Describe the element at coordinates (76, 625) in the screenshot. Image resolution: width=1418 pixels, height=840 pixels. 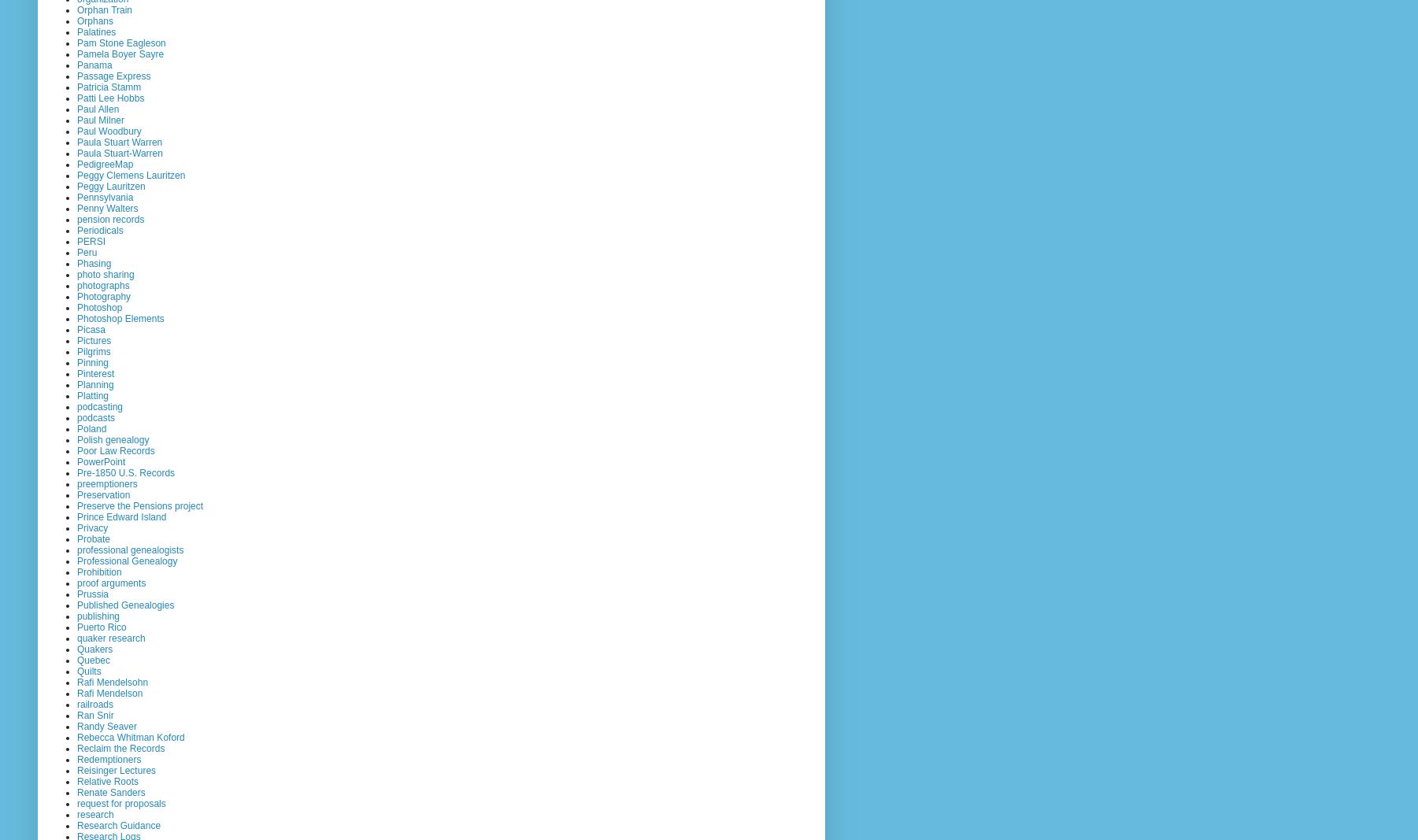
I see `'Puerto Rico'` at that location.